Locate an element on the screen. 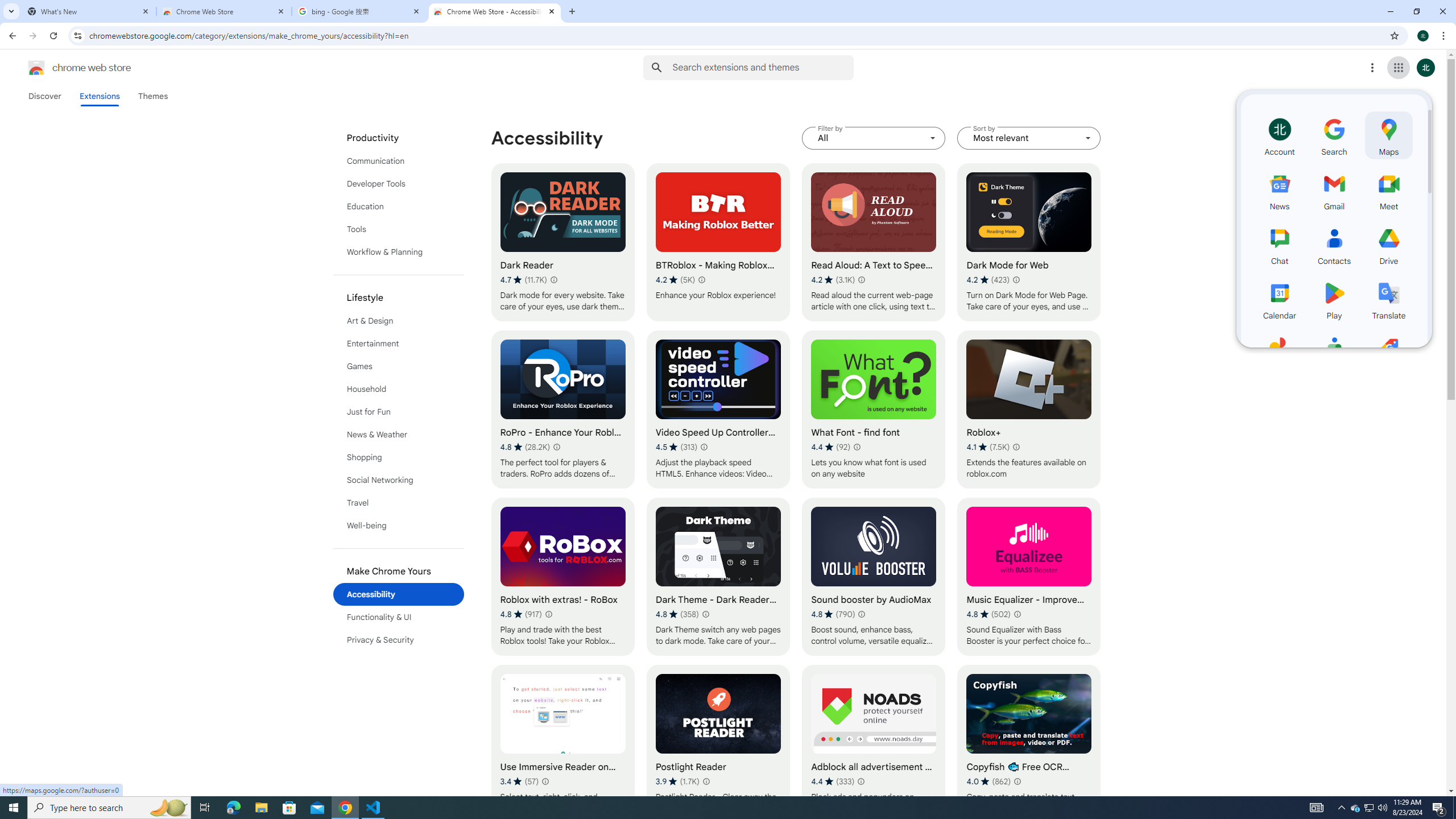 This screenshot has width=1456, height=819. 'Shopping' is located at coordinates (399, 457).